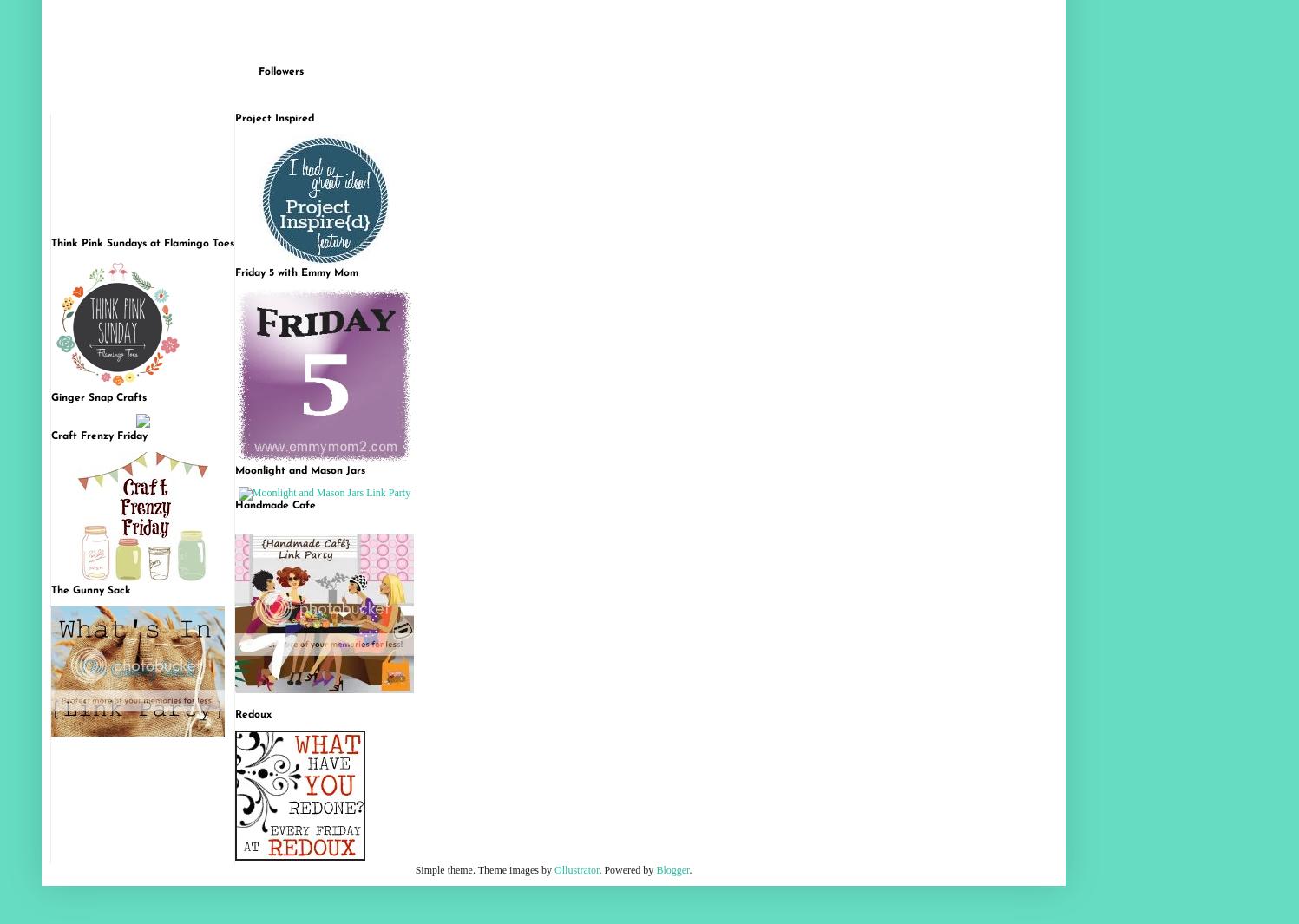 The width and height of the screenshot is (1299, 924). What do you see at coordinates (598, 870) in the screenshot?
I see `'. Powered by'` at bounding box center [598, 870].